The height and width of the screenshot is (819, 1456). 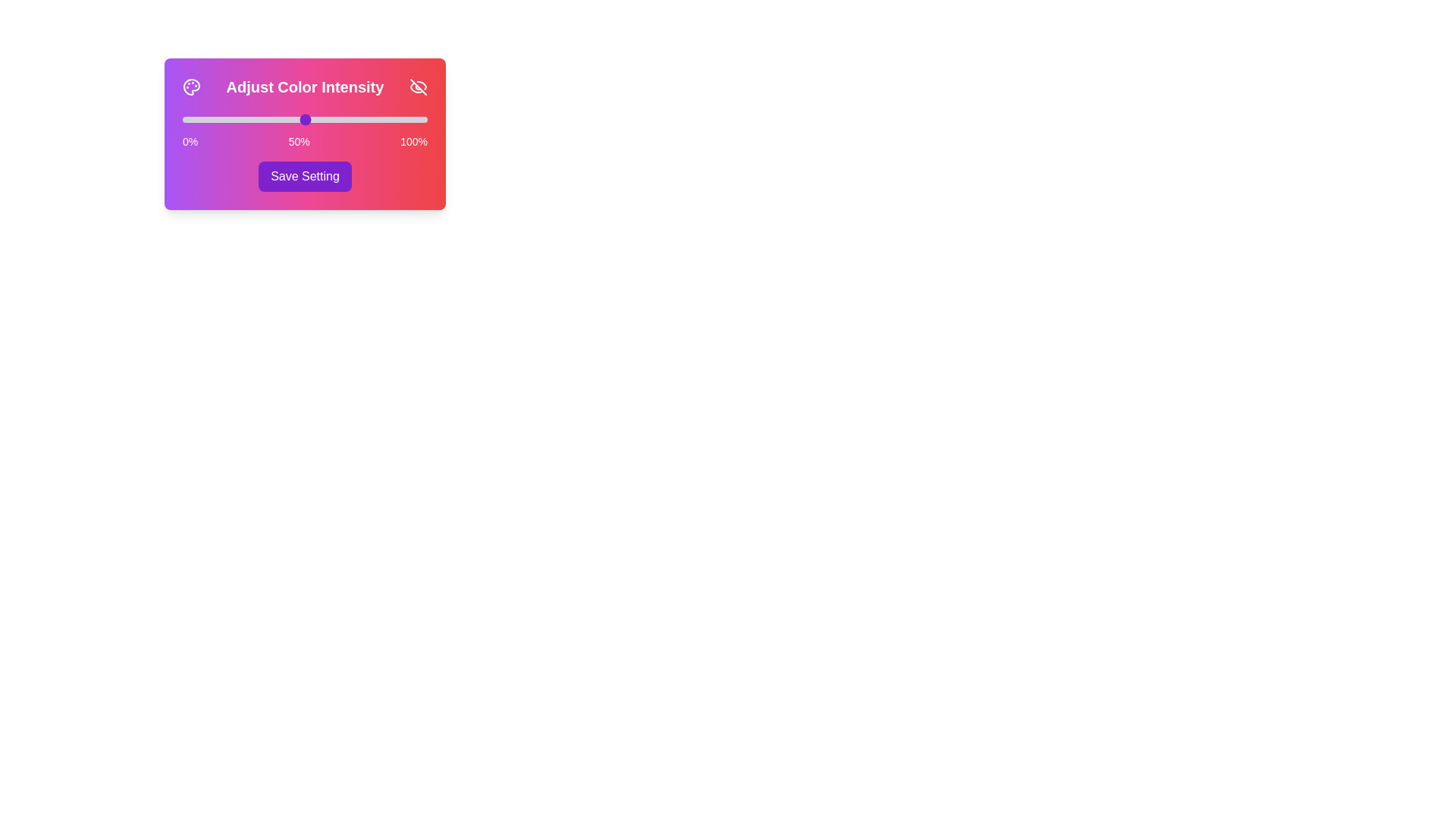 What do you see at coordinates (304, 175) in the screenshot?
I see `the 'Save Setting' button to confirm the intensity` at bounding box center [304, 175].